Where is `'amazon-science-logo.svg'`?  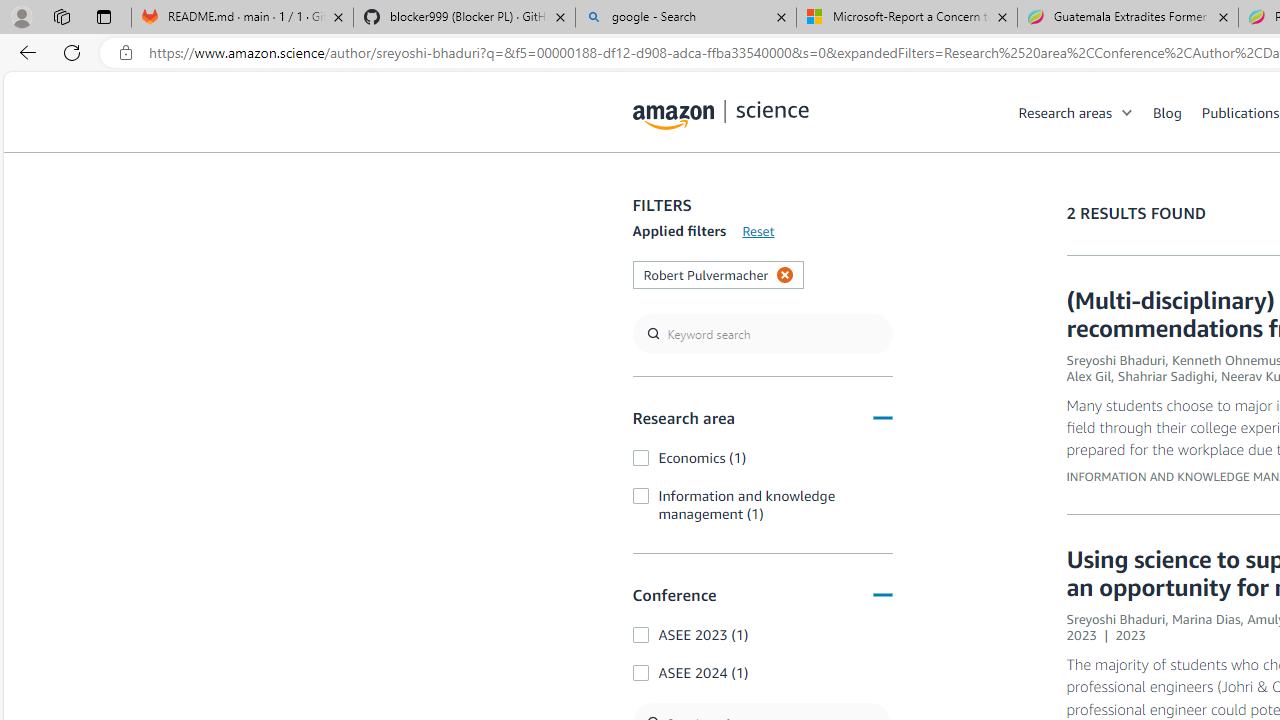
'amazon-science-logo.svg' is located at coordinates (720, 115).